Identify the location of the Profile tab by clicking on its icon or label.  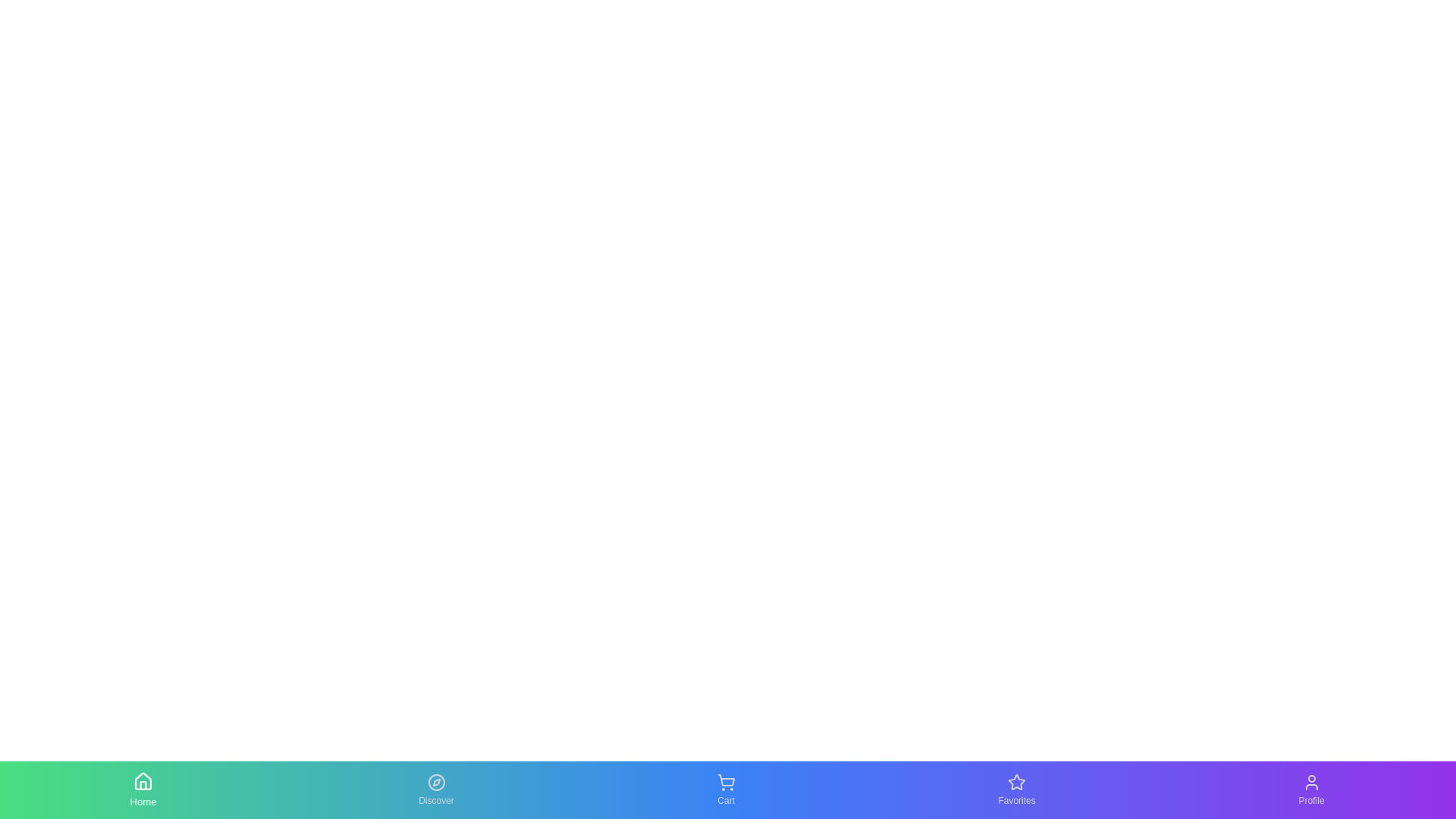
(1310, 789).